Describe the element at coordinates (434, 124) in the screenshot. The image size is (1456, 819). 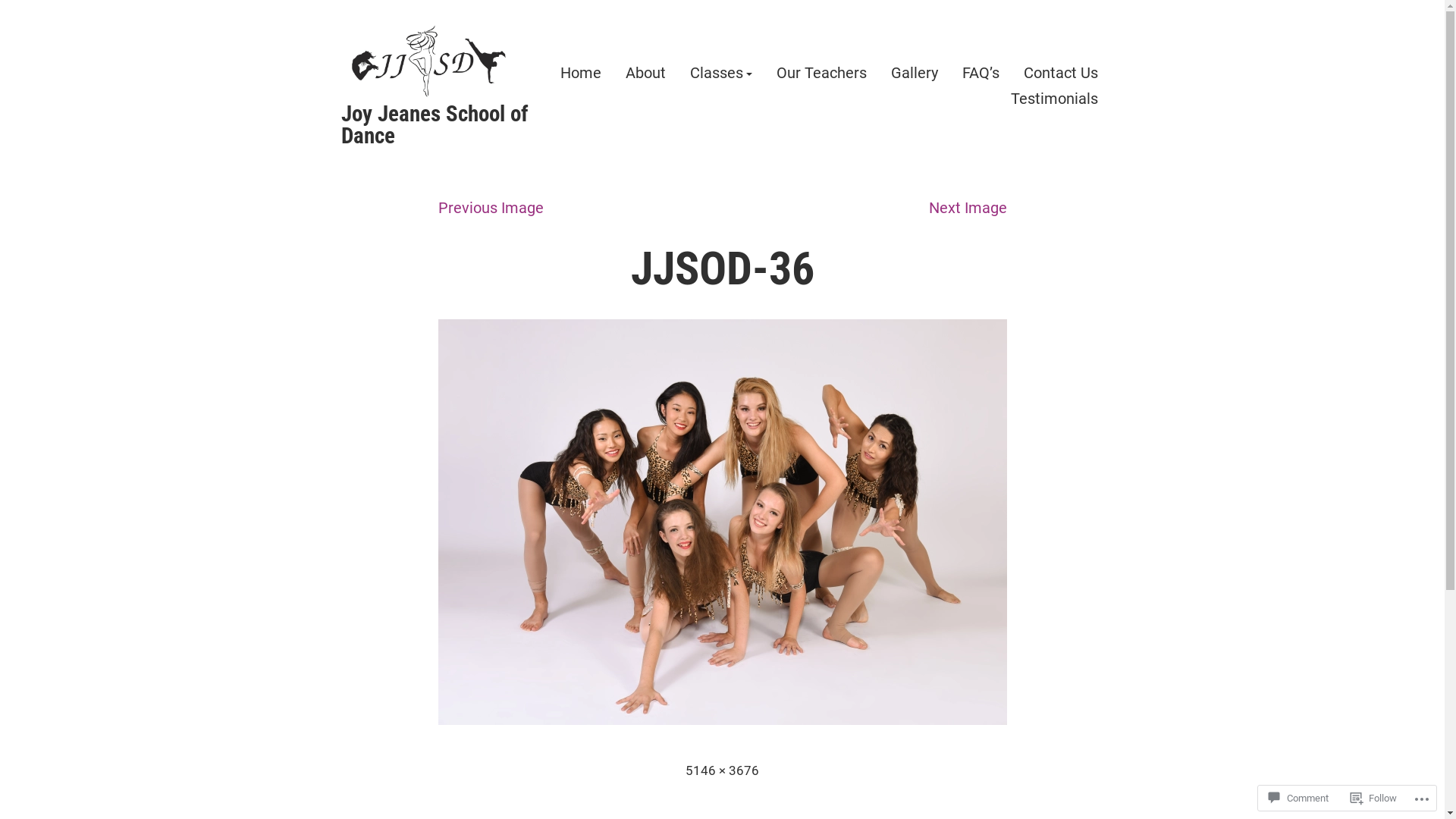
I see `'Joy Jeanes School of Dance'` at that location.